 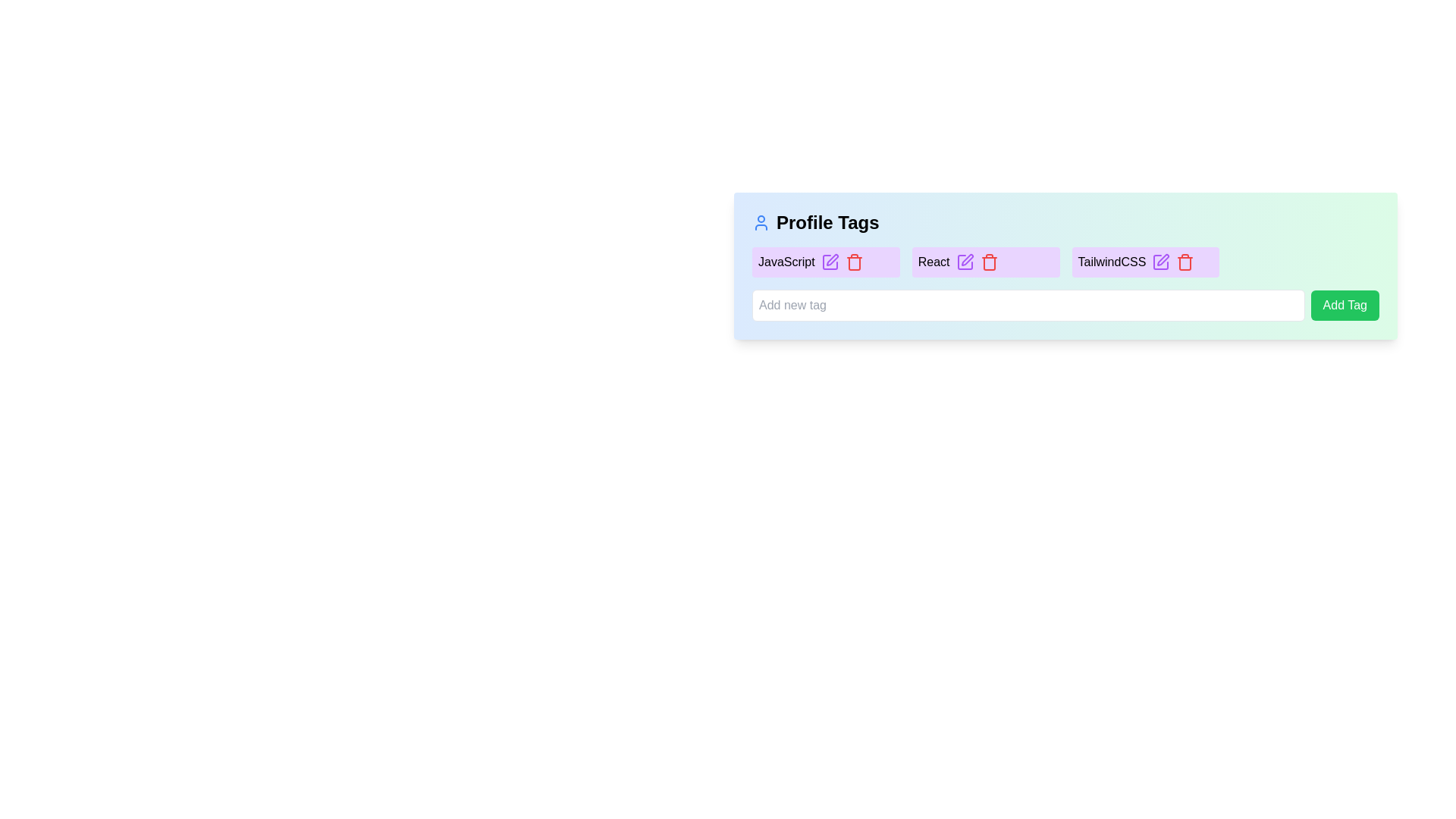 I want to click on the Tag component labeled 'TailwindCSS', so click(x=1145, y=262).